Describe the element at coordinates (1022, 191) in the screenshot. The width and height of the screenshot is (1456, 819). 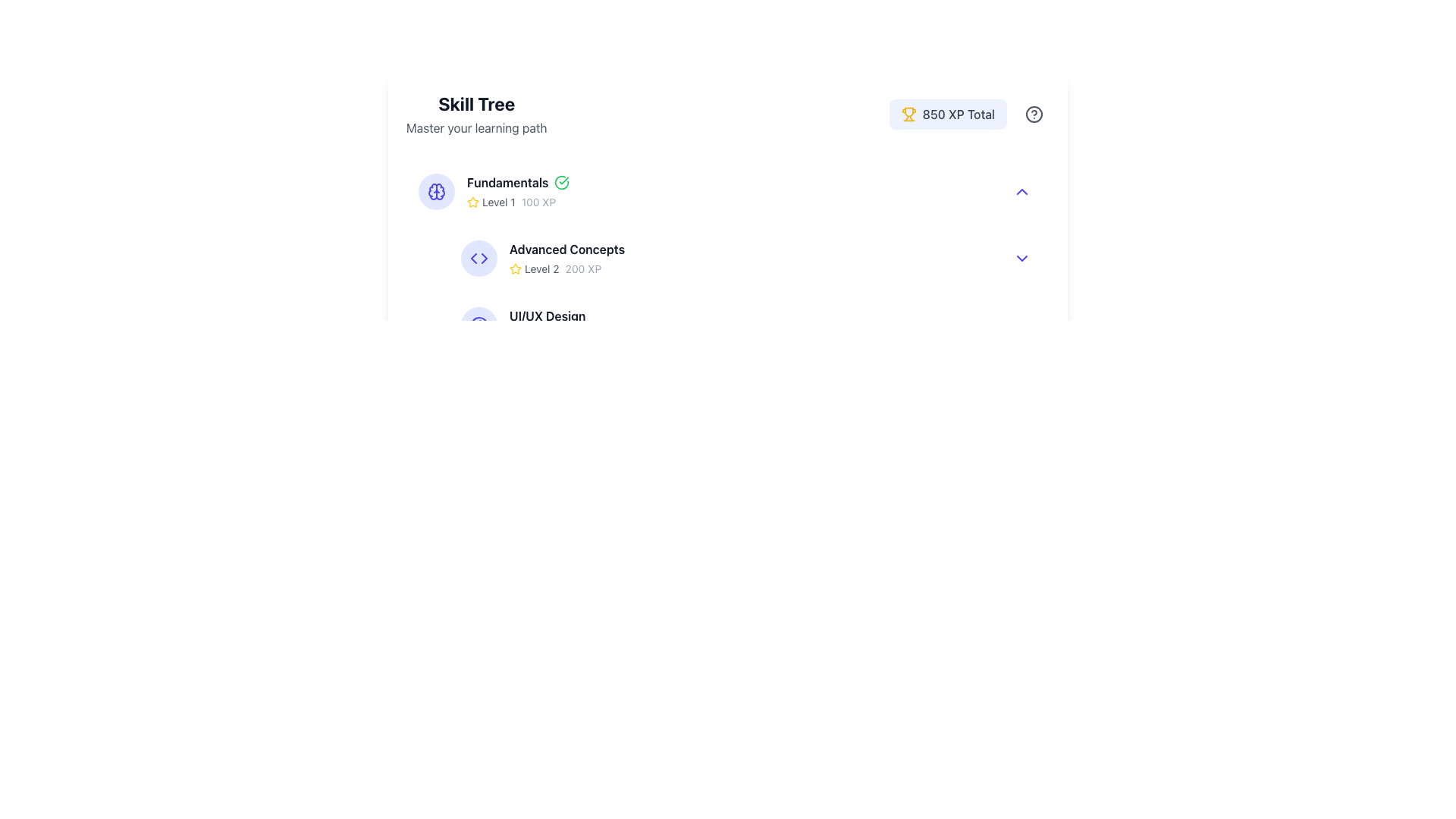
I see `the Icon Button located on the right-hand side of the row labeled 'Fundamentals Level 1 100 XP'` at that location.